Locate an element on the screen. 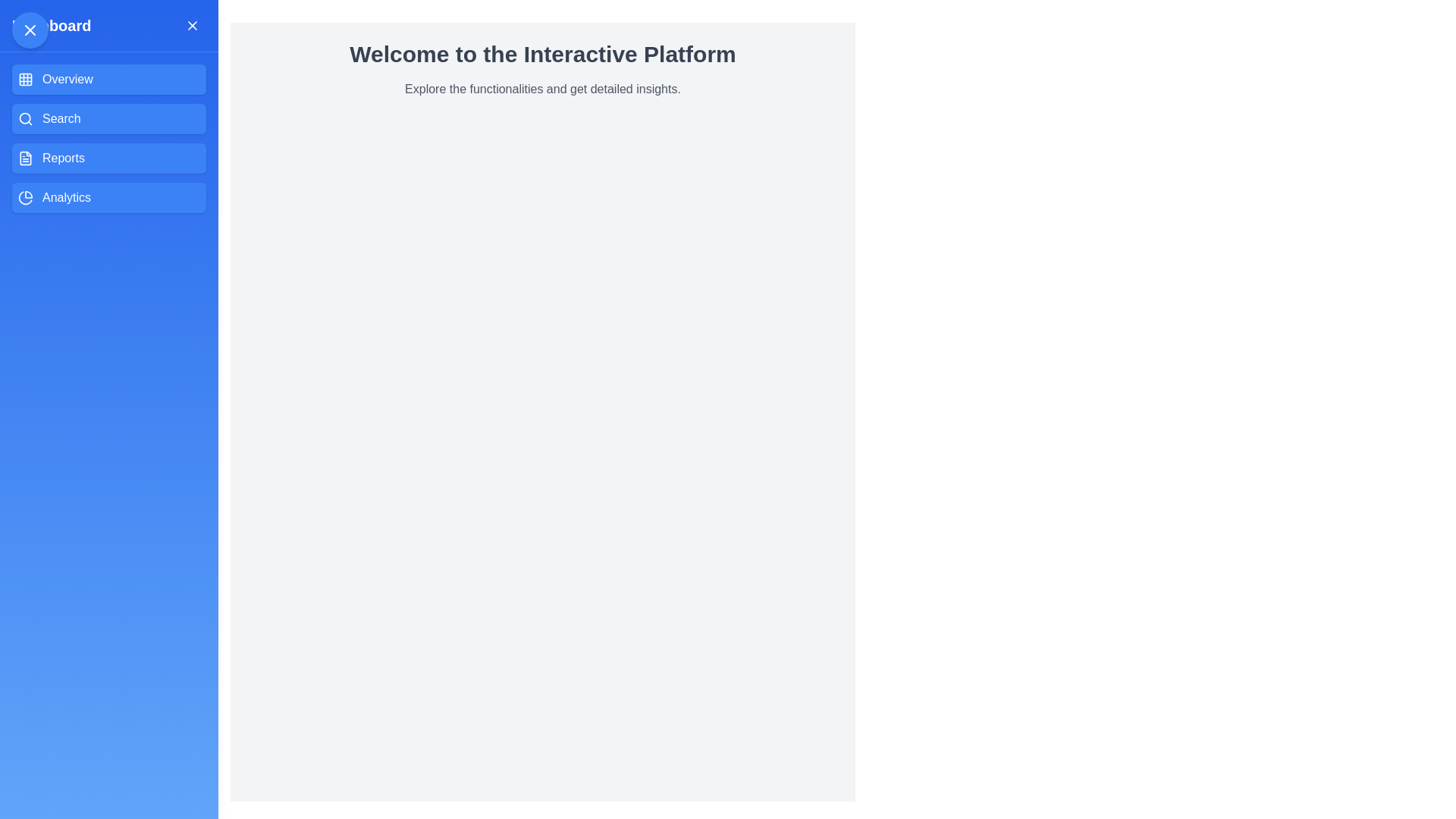 The width and height of the screenshot is (1456, 819). the menu option Overview to navigate to the corresponding section is located at coordinates (108, 79).